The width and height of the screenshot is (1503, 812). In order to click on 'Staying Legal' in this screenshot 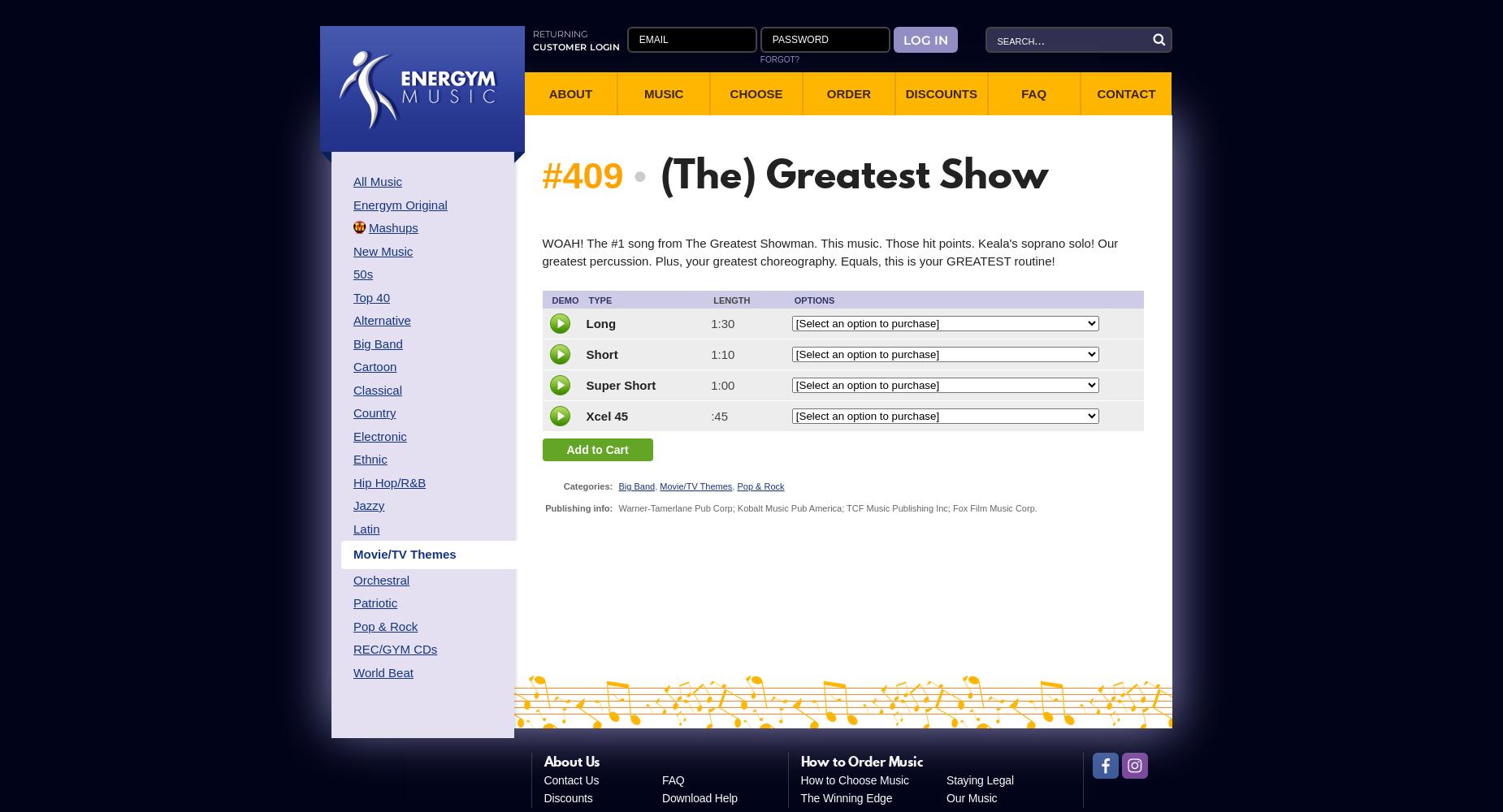, I will do `click(979, 779)`.